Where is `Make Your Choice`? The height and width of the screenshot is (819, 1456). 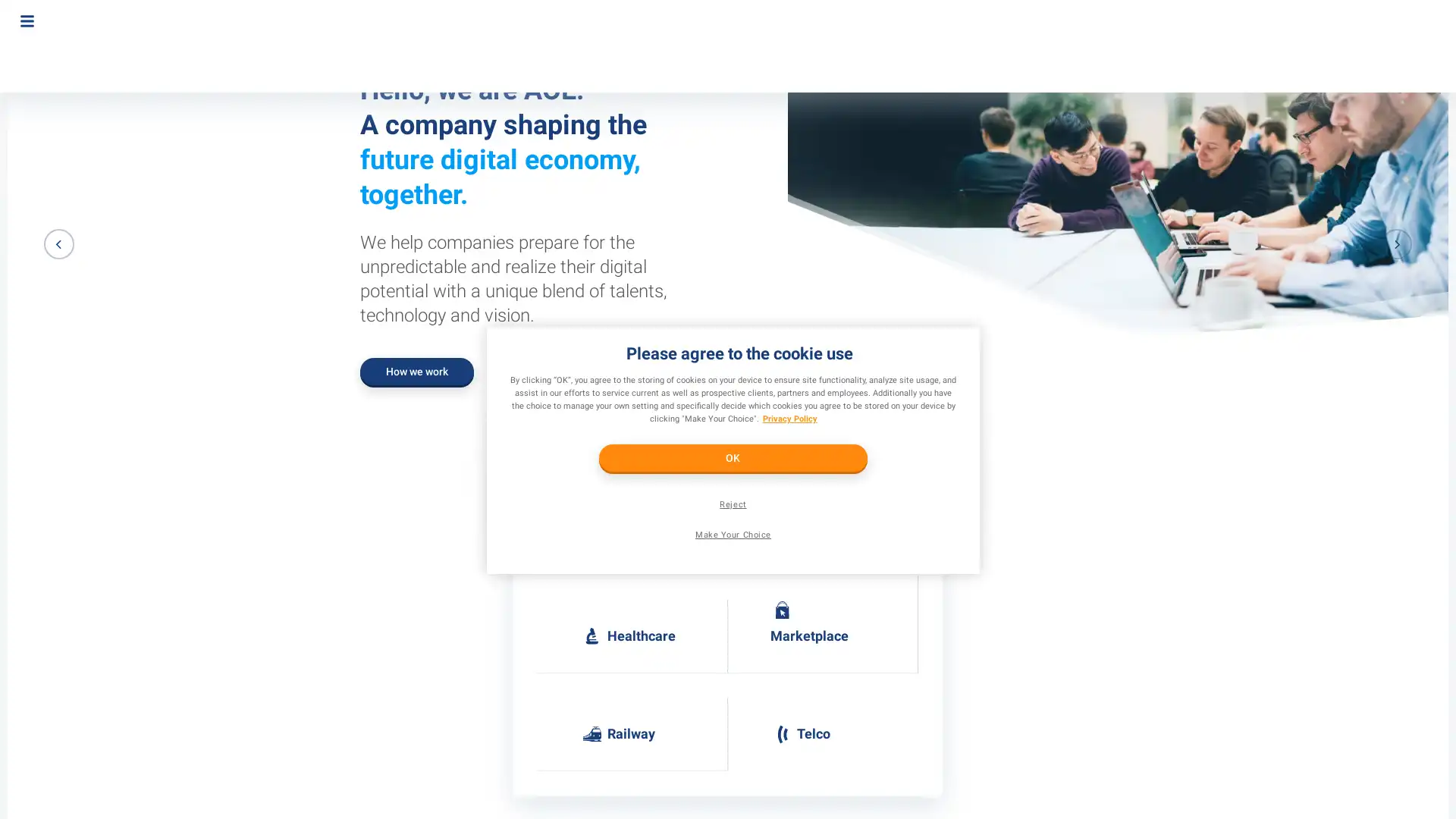 Make Your Choice is located at coordinates (733, 534).